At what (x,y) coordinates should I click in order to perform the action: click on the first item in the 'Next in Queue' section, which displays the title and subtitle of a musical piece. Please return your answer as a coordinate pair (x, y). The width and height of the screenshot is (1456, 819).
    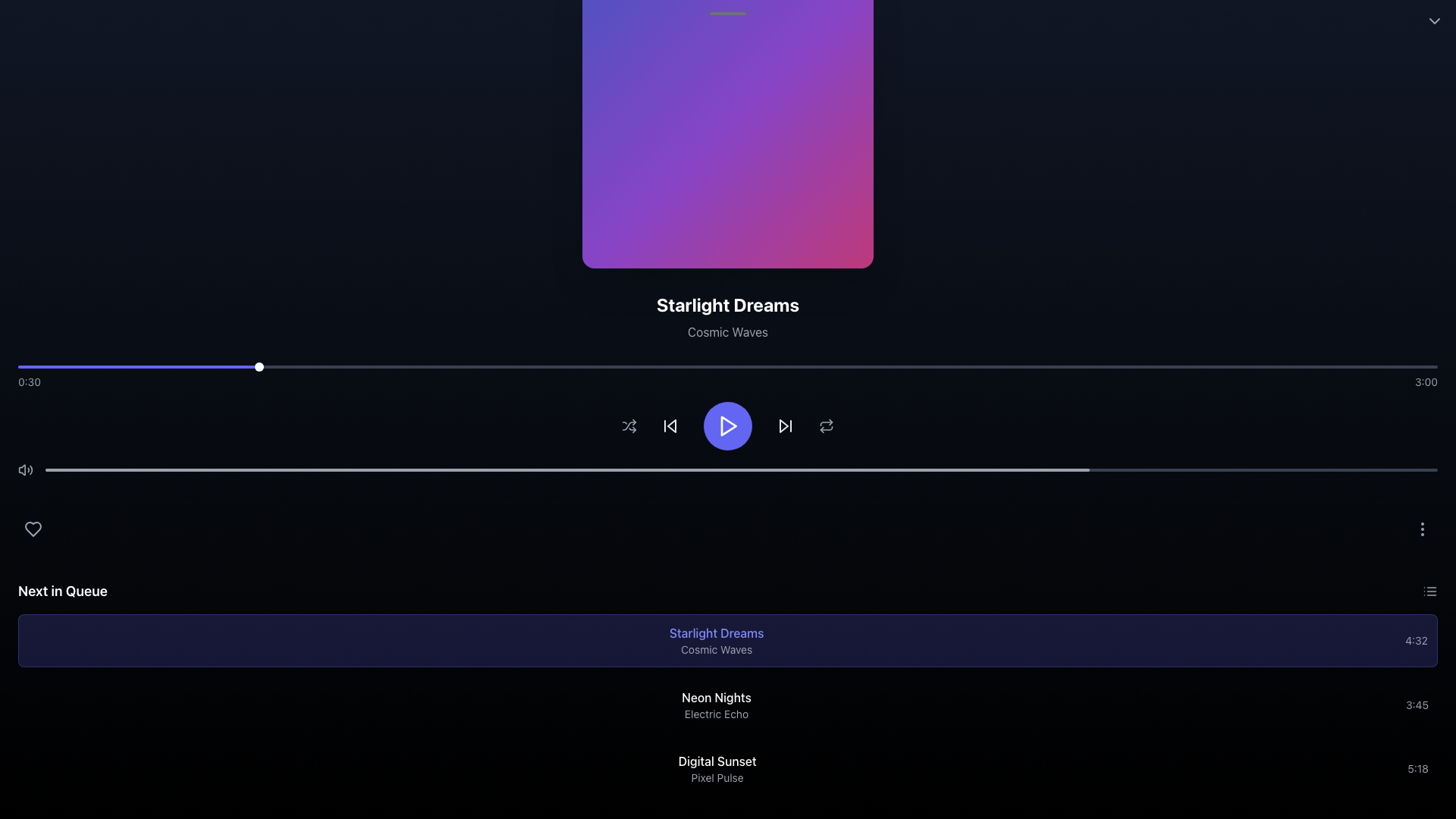
    Looking at the image, I should click on (716, 640).